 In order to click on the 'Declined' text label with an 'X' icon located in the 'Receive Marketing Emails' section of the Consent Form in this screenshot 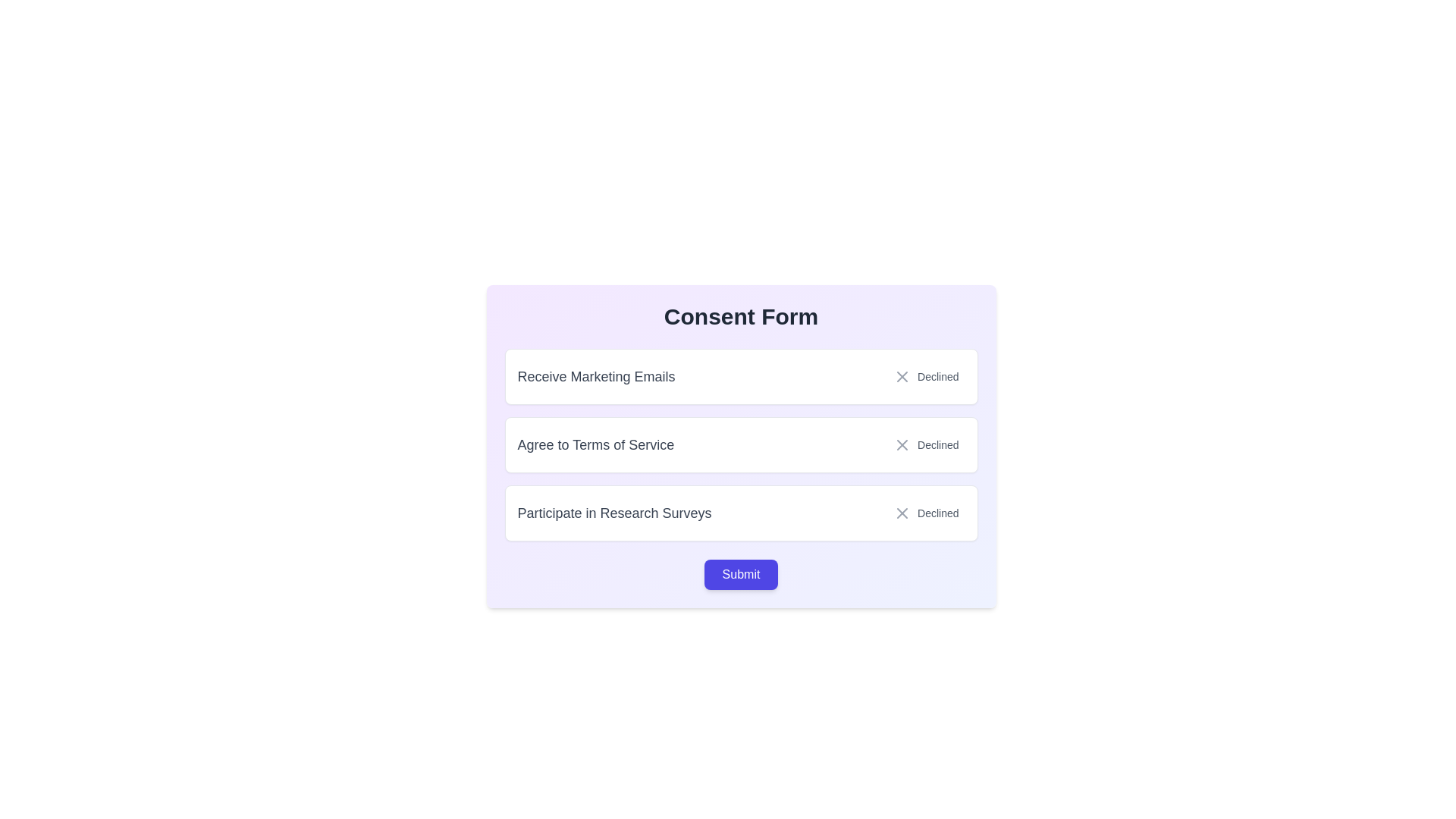, I will do `click(925, 376)`.